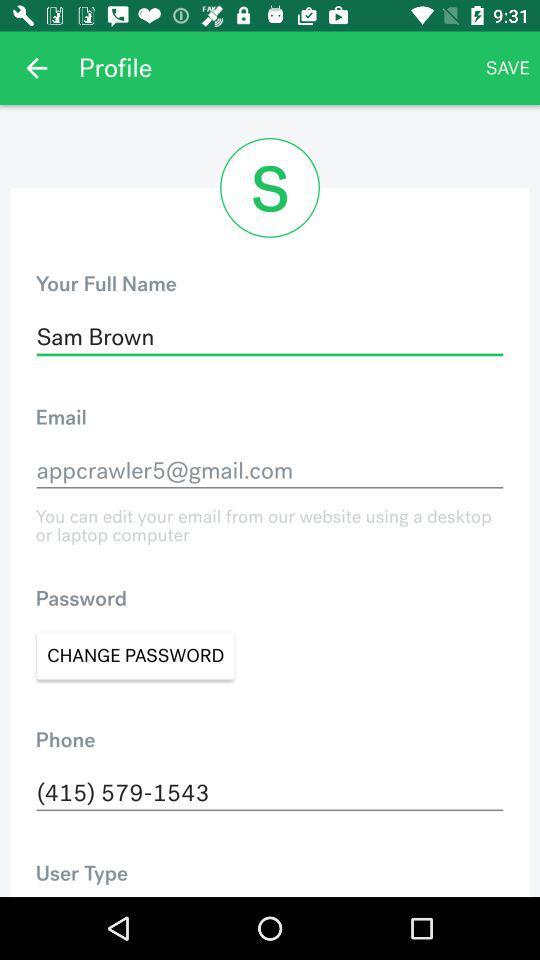 The image size is (540, 960). Describe the element at coordinates (135, 654) in the screenshot. I see `change password icon` at that location.